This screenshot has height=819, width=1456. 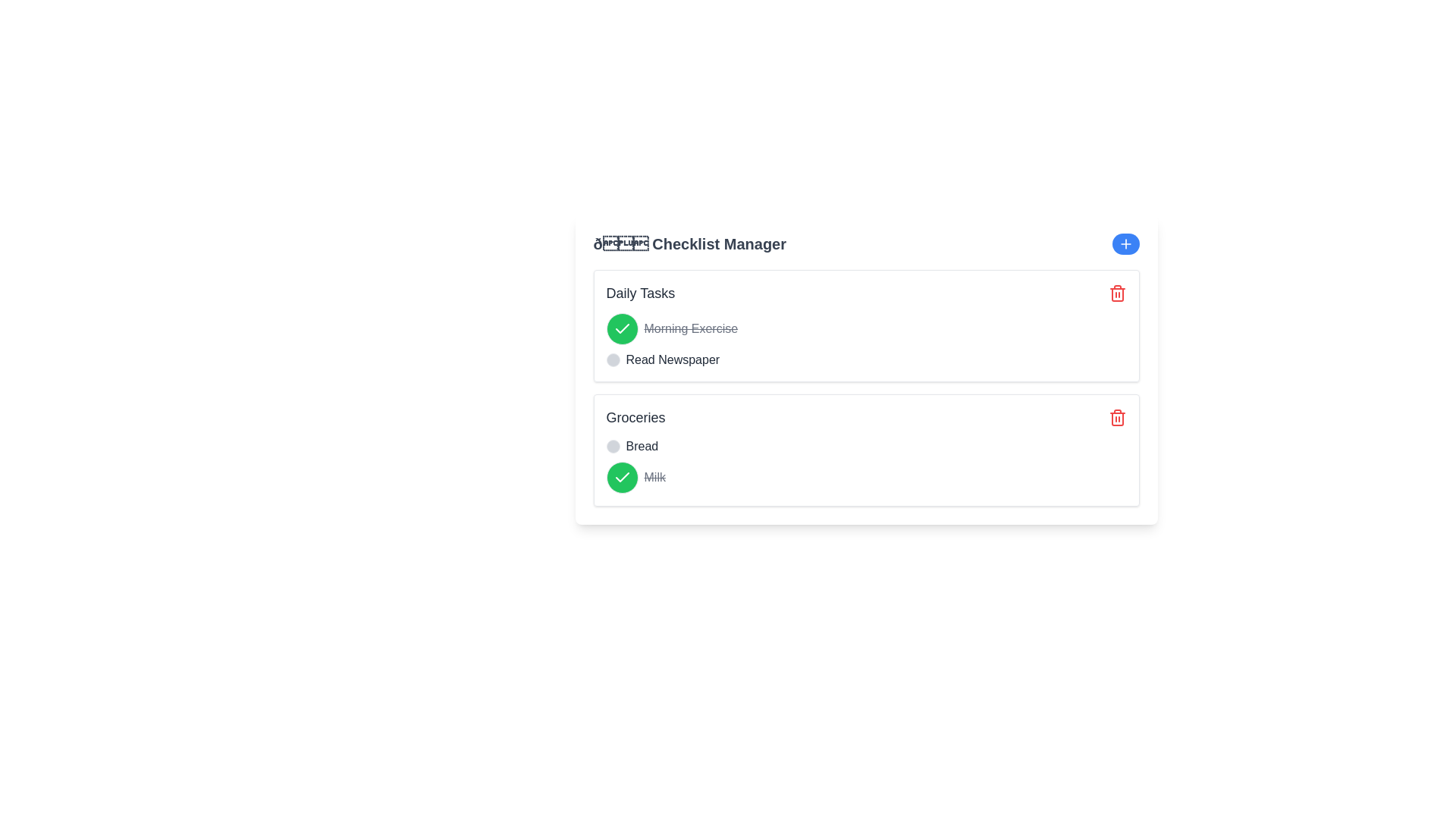 I want to click on the Text Label that serves as the header for the task management section, located near the top-left of the rectangular panel, so click(x=640, y=293).